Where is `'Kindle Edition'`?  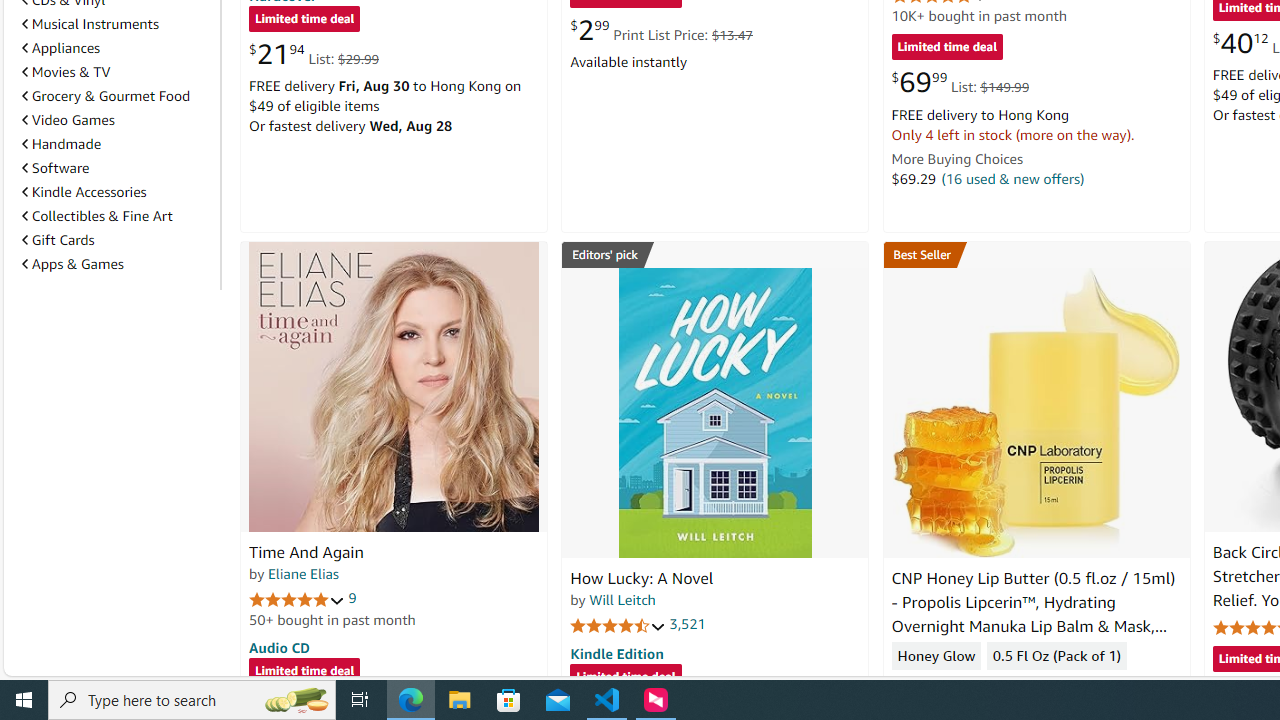 'Kindle Edition' is located at coordinates (615, 653).